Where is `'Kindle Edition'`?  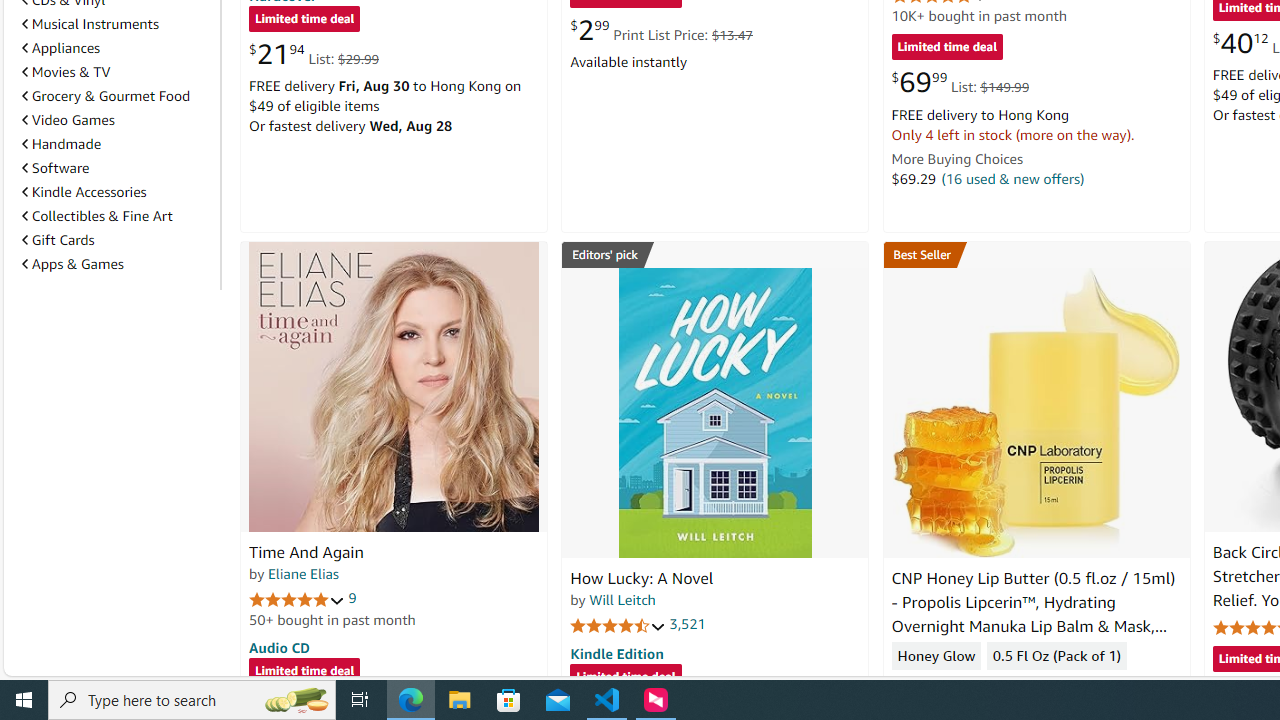 'Kindle Edition' is located at coordinates (615, 653).